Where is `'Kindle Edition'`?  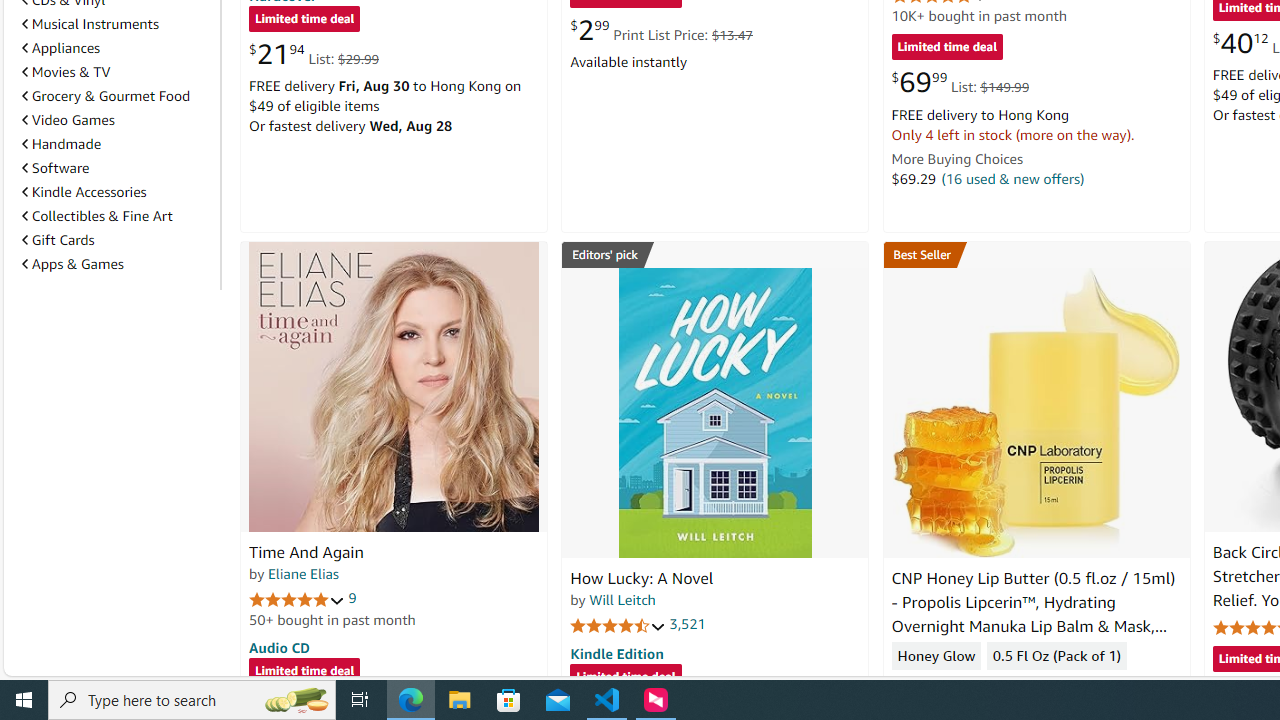 'Kindle Edition' is located at coordinates (615, 653).